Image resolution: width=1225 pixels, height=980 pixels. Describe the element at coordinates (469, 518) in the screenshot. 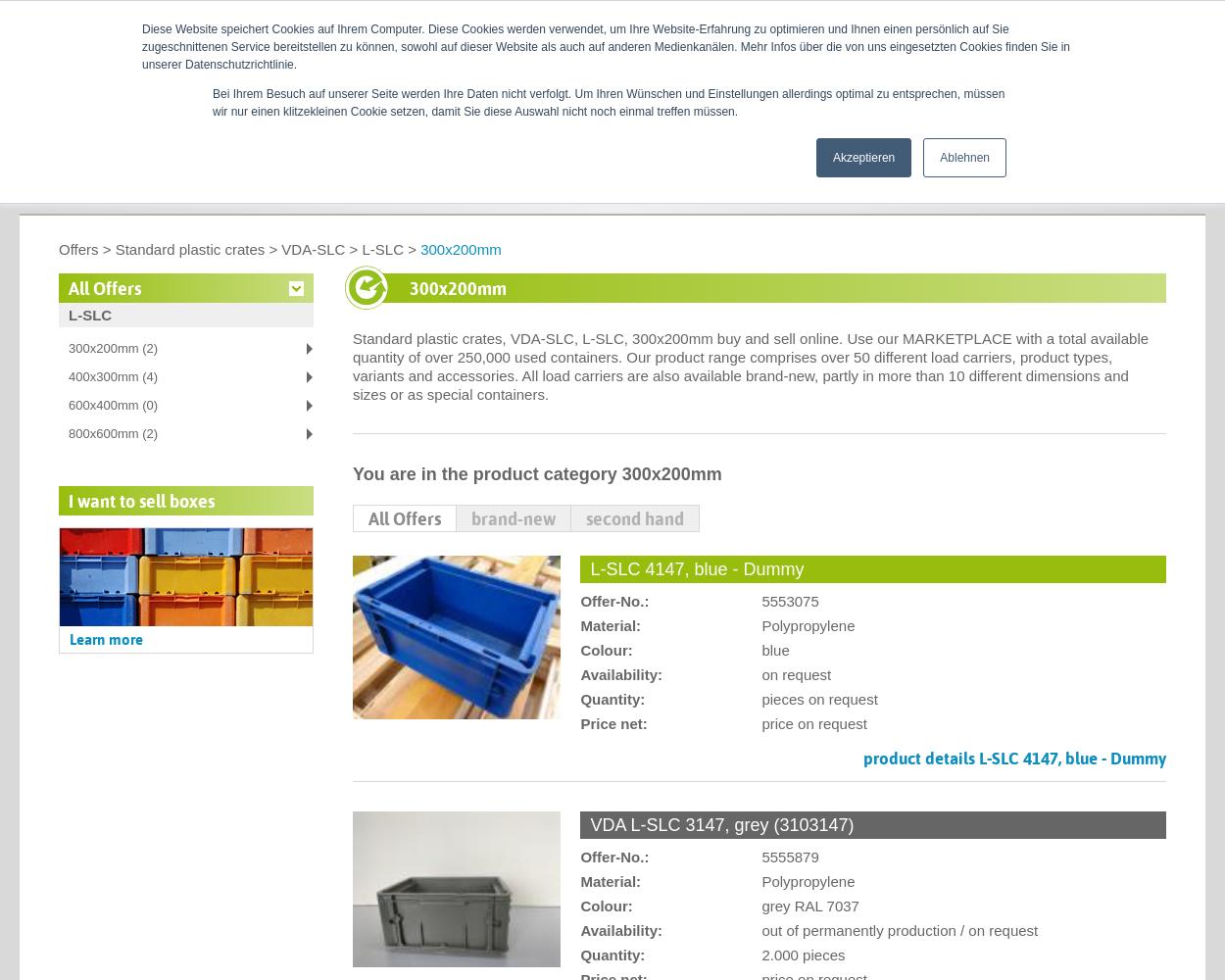

I see `'brand-new'` at that location.